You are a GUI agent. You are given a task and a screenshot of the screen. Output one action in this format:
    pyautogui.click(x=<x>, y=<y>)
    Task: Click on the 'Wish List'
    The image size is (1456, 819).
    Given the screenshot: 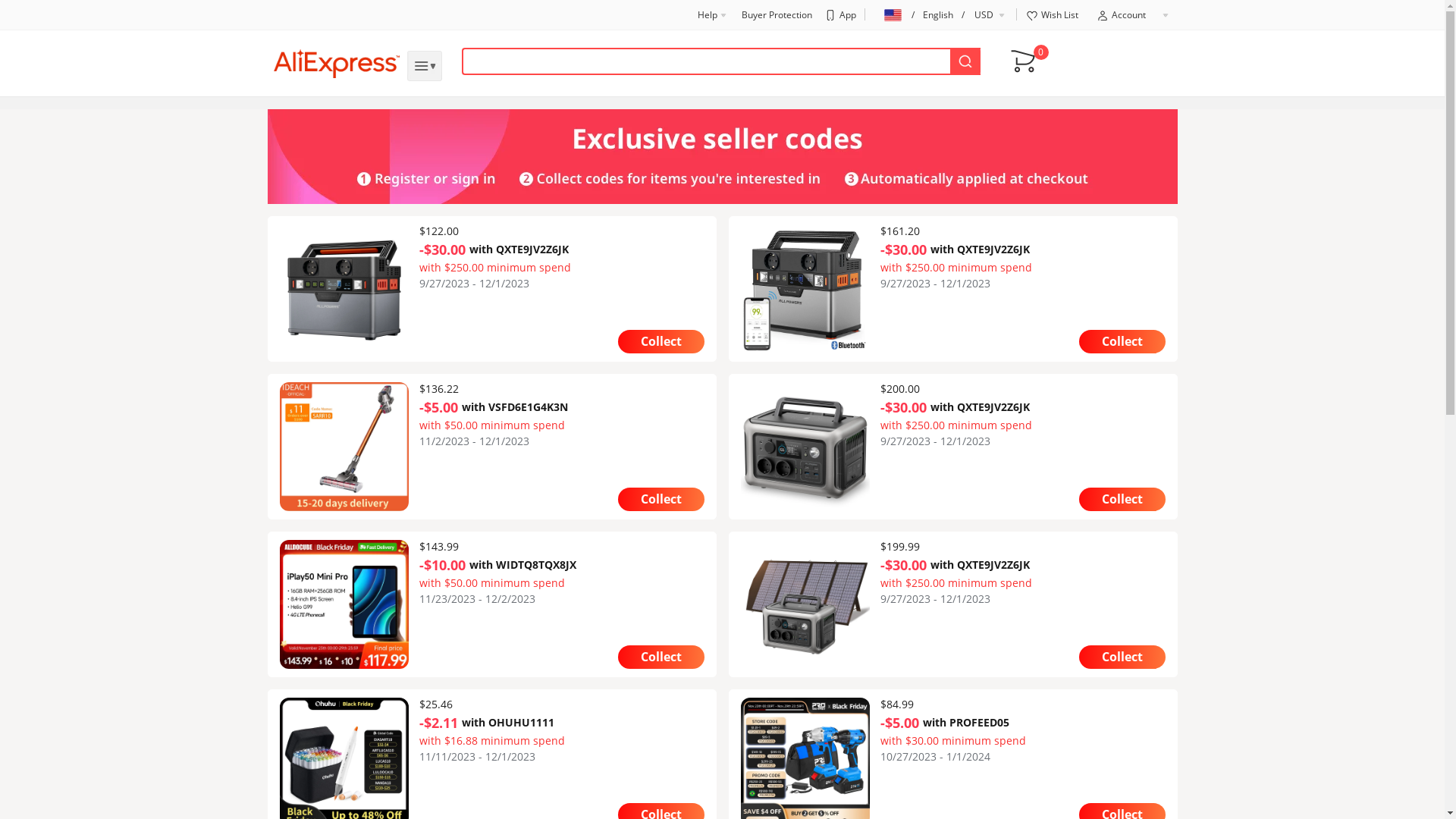 What is the action you would take?
    pyautogui.click(x=1050, y=14)
    